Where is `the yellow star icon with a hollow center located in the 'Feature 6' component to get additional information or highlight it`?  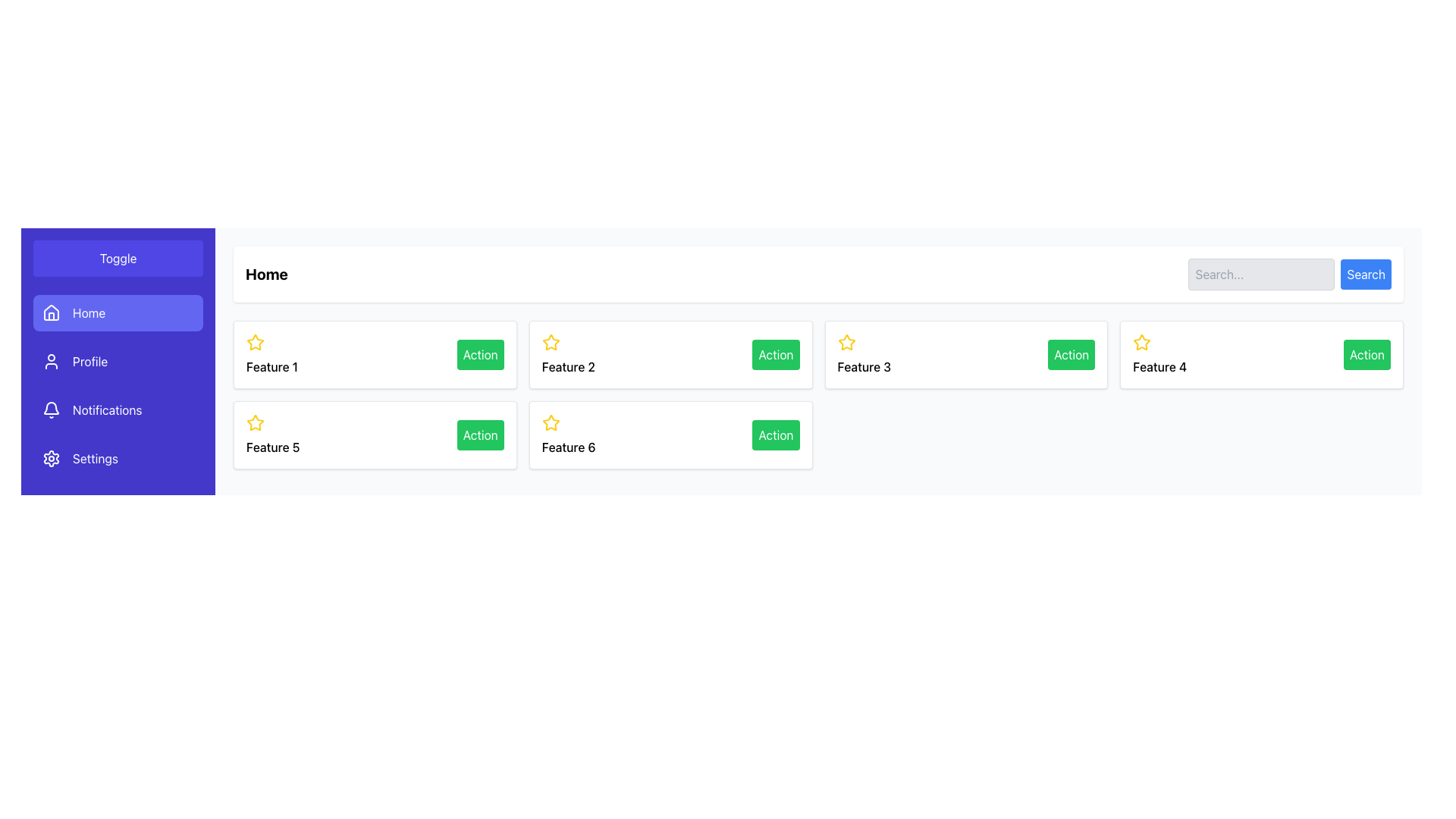 the yellow star icon with a hollow center located in the 'Feature 6' component to get additional information or highlight it is located at coordinates (550, 423).